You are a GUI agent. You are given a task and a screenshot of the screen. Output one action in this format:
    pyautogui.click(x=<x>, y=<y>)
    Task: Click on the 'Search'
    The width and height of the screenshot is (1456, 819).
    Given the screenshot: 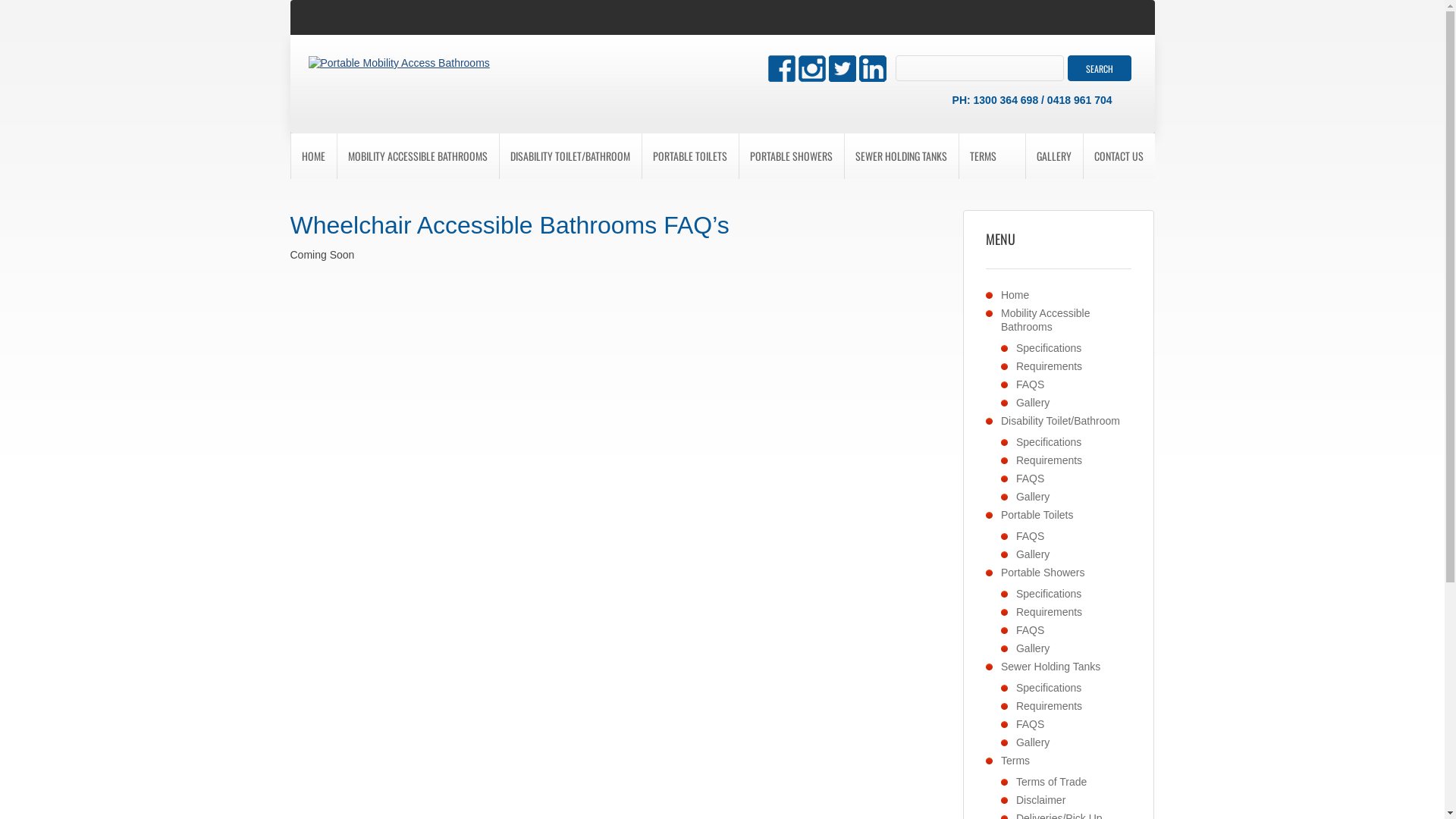 What is the action you would take?
    pyautogui.click(x=1066, y=67)
    